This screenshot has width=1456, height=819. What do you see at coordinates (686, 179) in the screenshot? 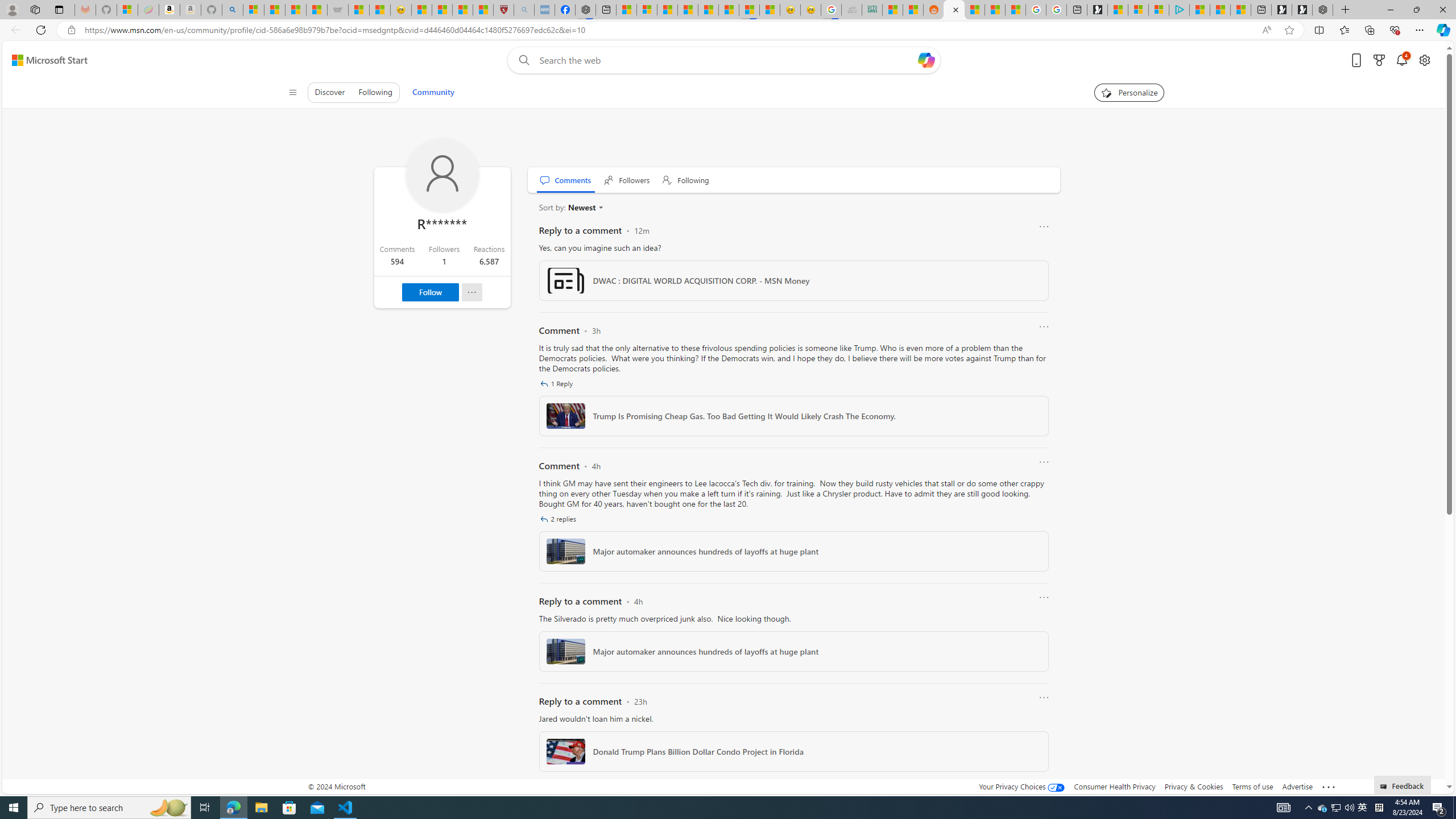
I see `' Following'` at bounding box center [686, 179].